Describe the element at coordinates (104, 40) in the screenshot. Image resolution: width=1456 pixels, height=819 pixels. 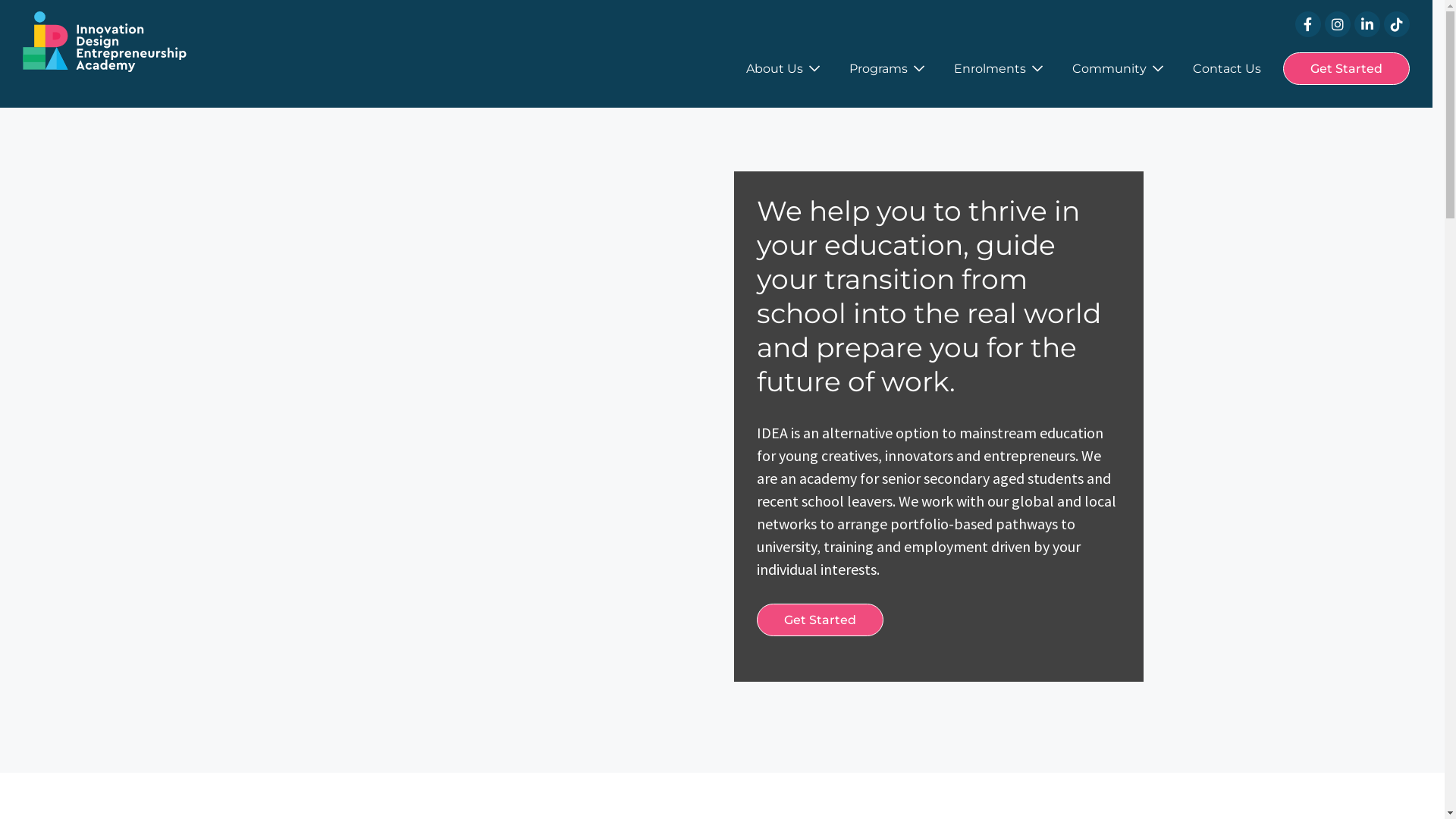
I see `'IDEA'` at that location.